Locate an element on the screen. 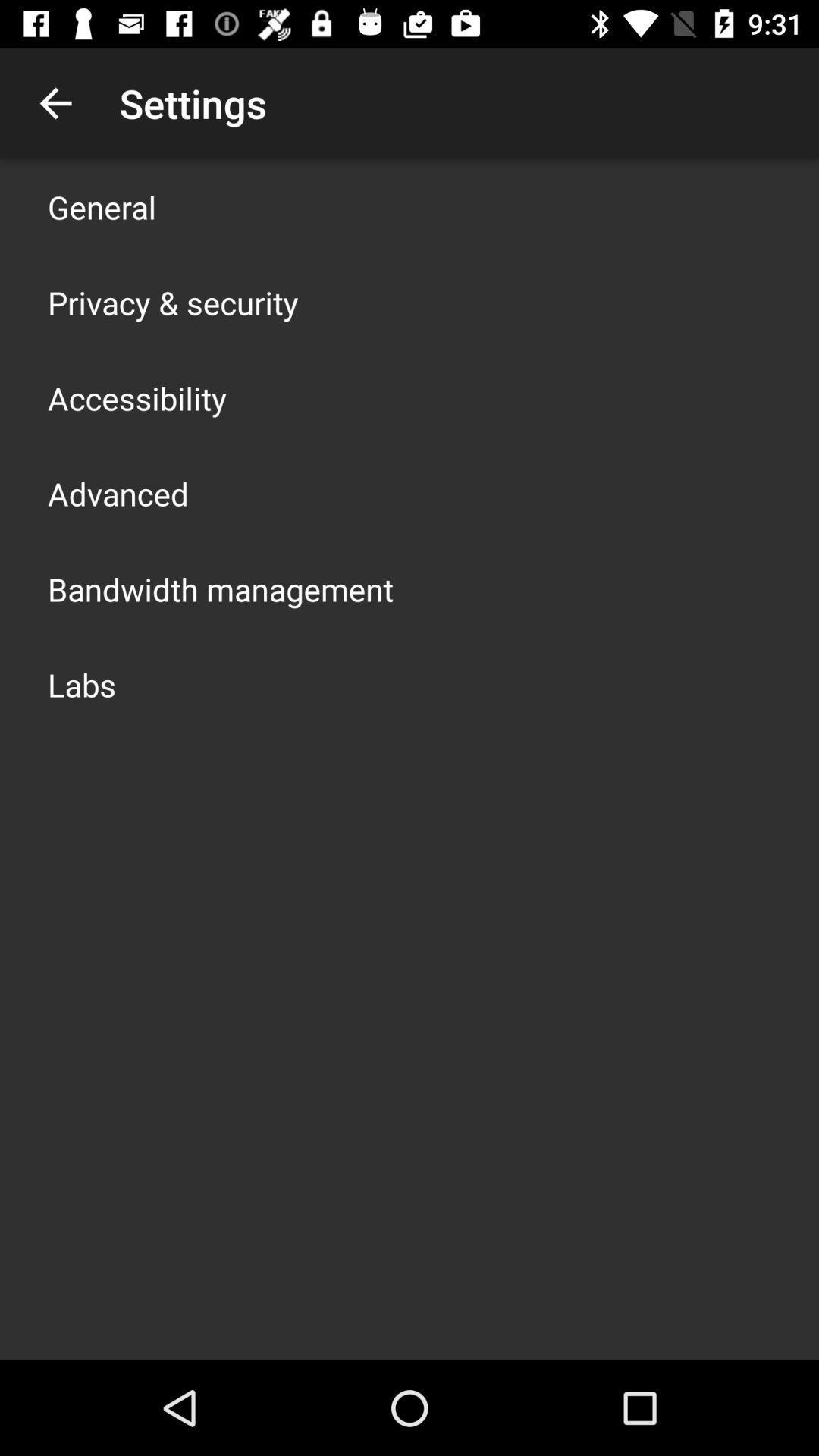 This screenshot has height=1456, width=819. the item next to the settings app is located at coordinates (55, 102).